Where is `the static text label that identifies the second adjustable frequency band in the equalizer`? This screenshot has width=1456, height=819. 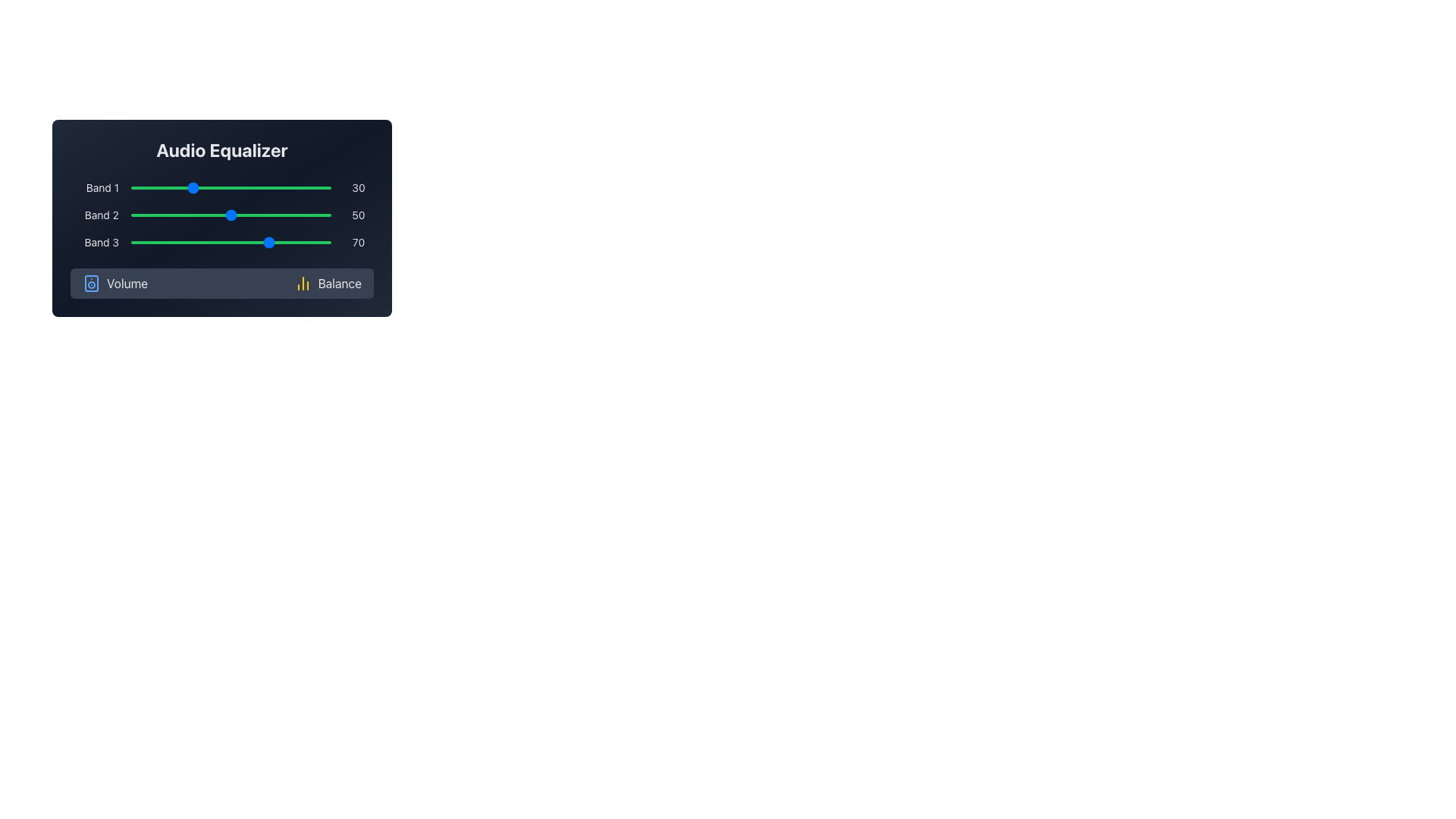 the static text label that identifies the second adjustable frequency band in the equalizer is located at coordinates (93, 215).